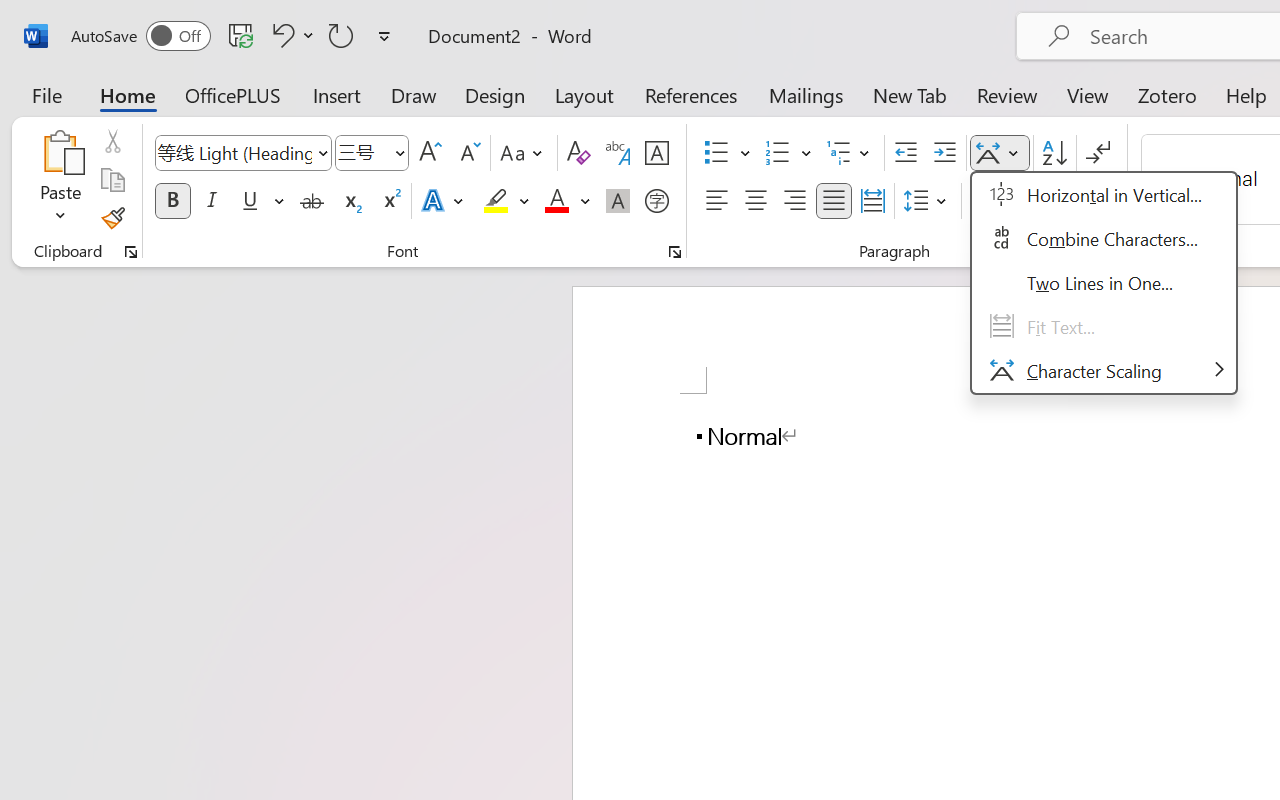  What do you see at coordinates (617, 153) in the screenshot?
I see `'Phonetic Guide...'` at bounding box center [617, 153].